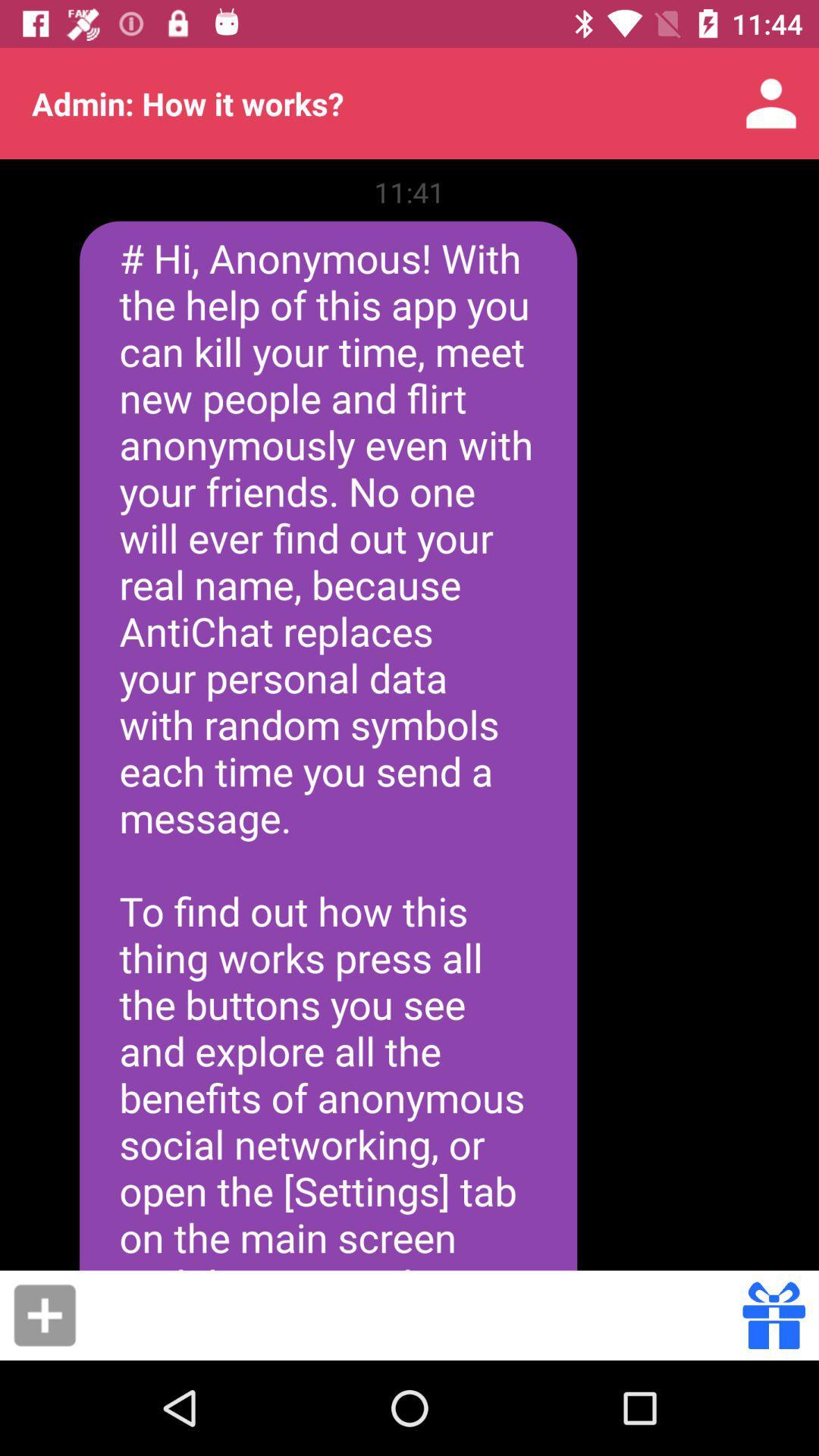  I want to click on the item at the bottom left corner, so click(44, 1314).